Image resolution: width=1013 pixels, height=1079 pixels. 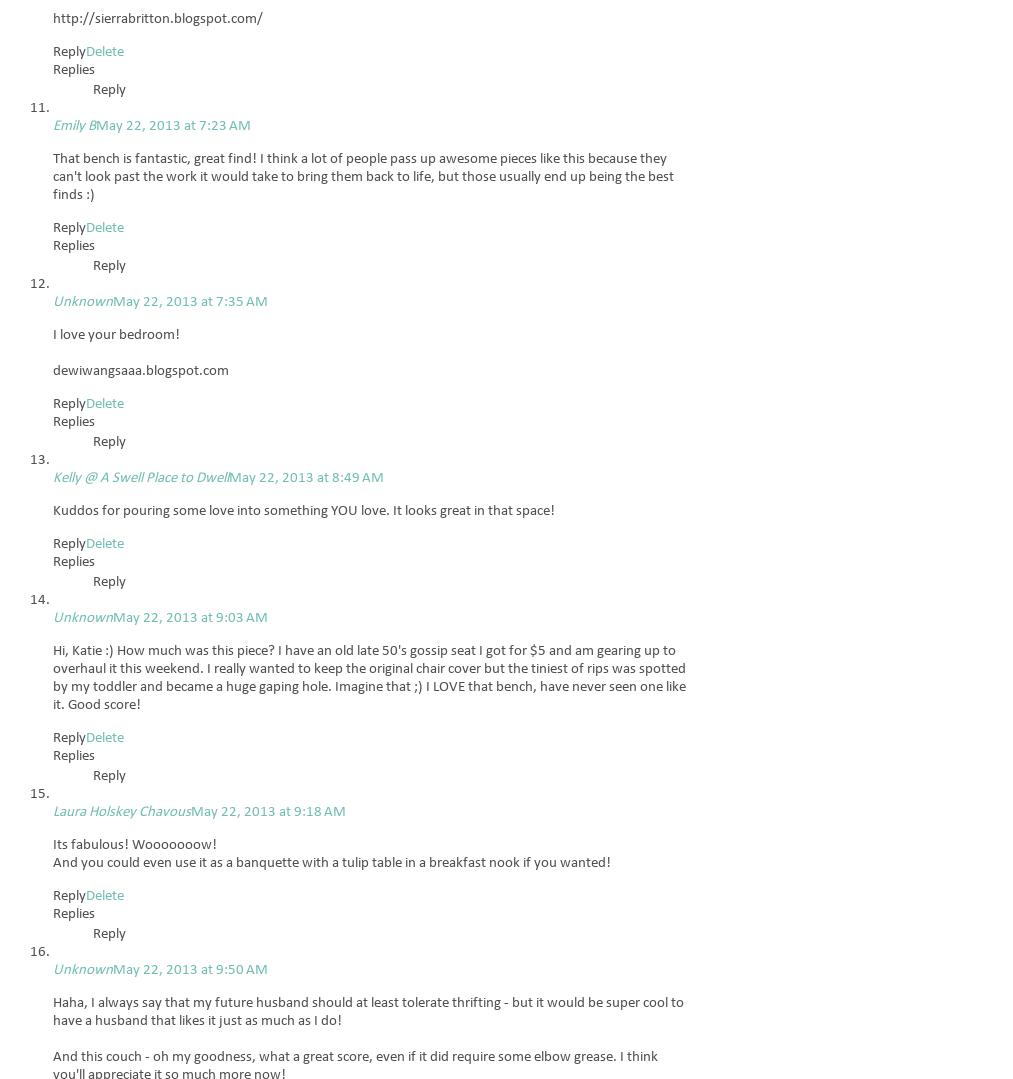 What do you see at coordinates (368, 1012) in the screenshot?
I see `'Haha, I always say that my future husband should at least tolerate thrifting - but it would be super cool to have a husband that likes it just as much as I do!'` at bounding box center [368, 1012].